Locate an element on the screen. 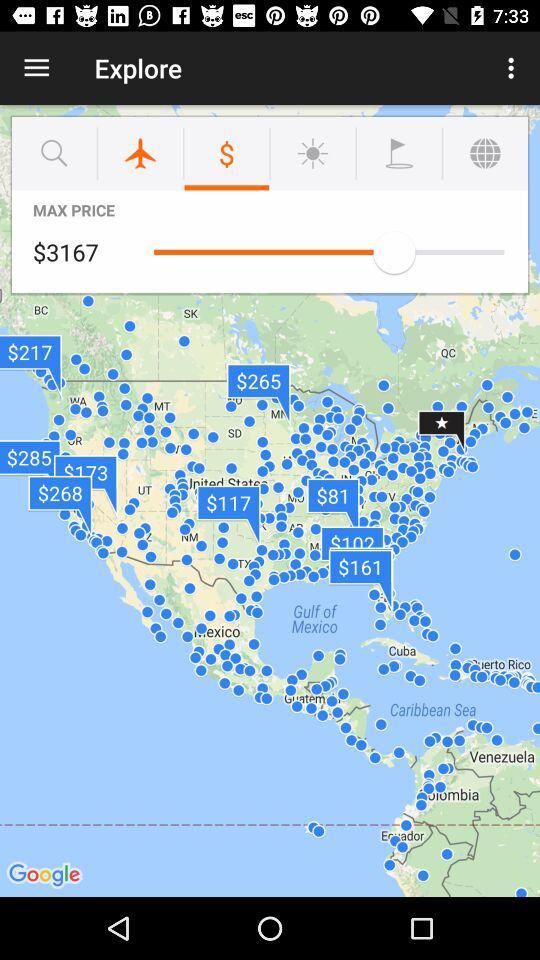  icon to the right of explore is located at coordinates (513, 68).